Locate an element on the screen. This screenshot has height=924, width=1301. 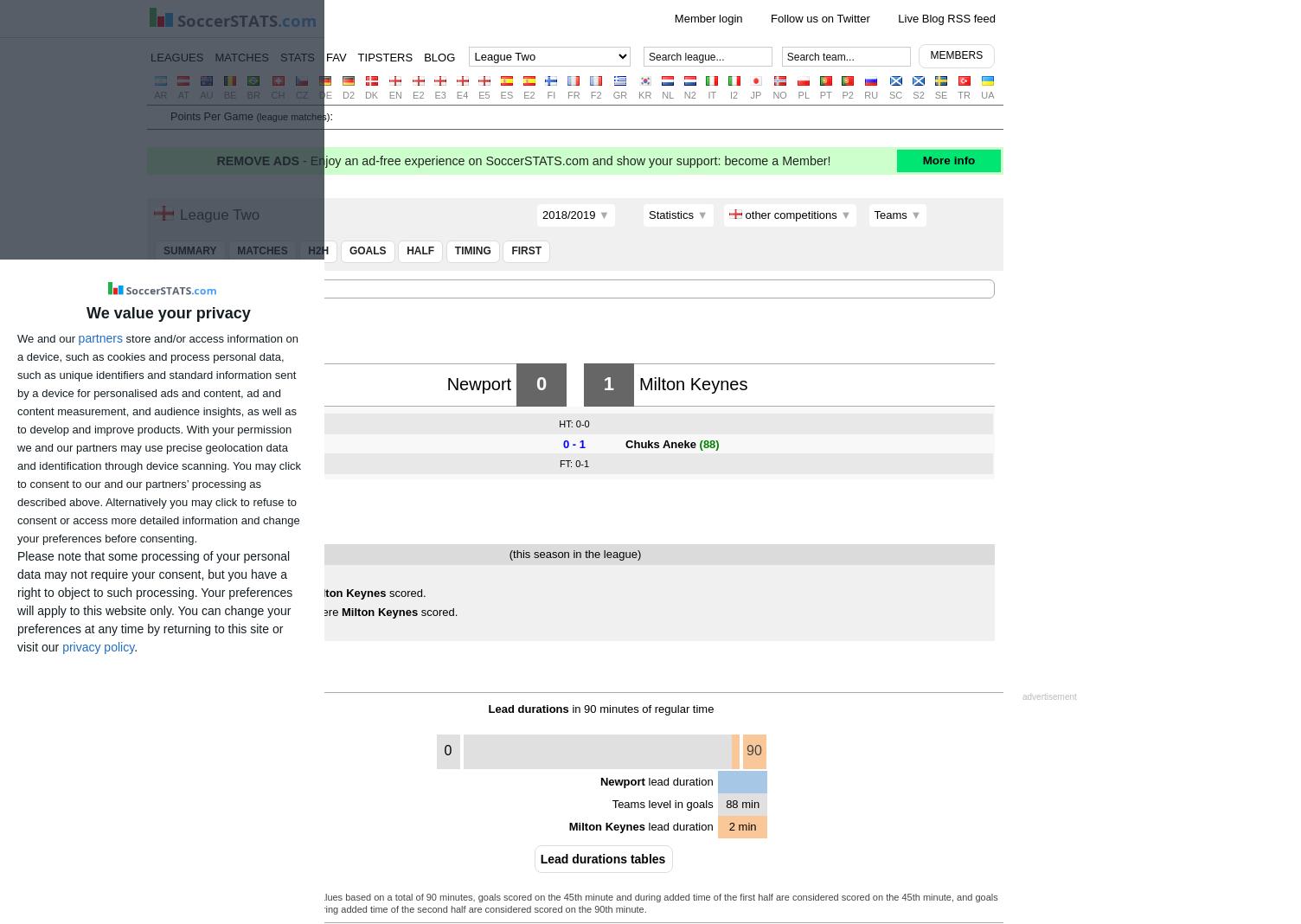
'DE' is located at coordinates (325, 94).